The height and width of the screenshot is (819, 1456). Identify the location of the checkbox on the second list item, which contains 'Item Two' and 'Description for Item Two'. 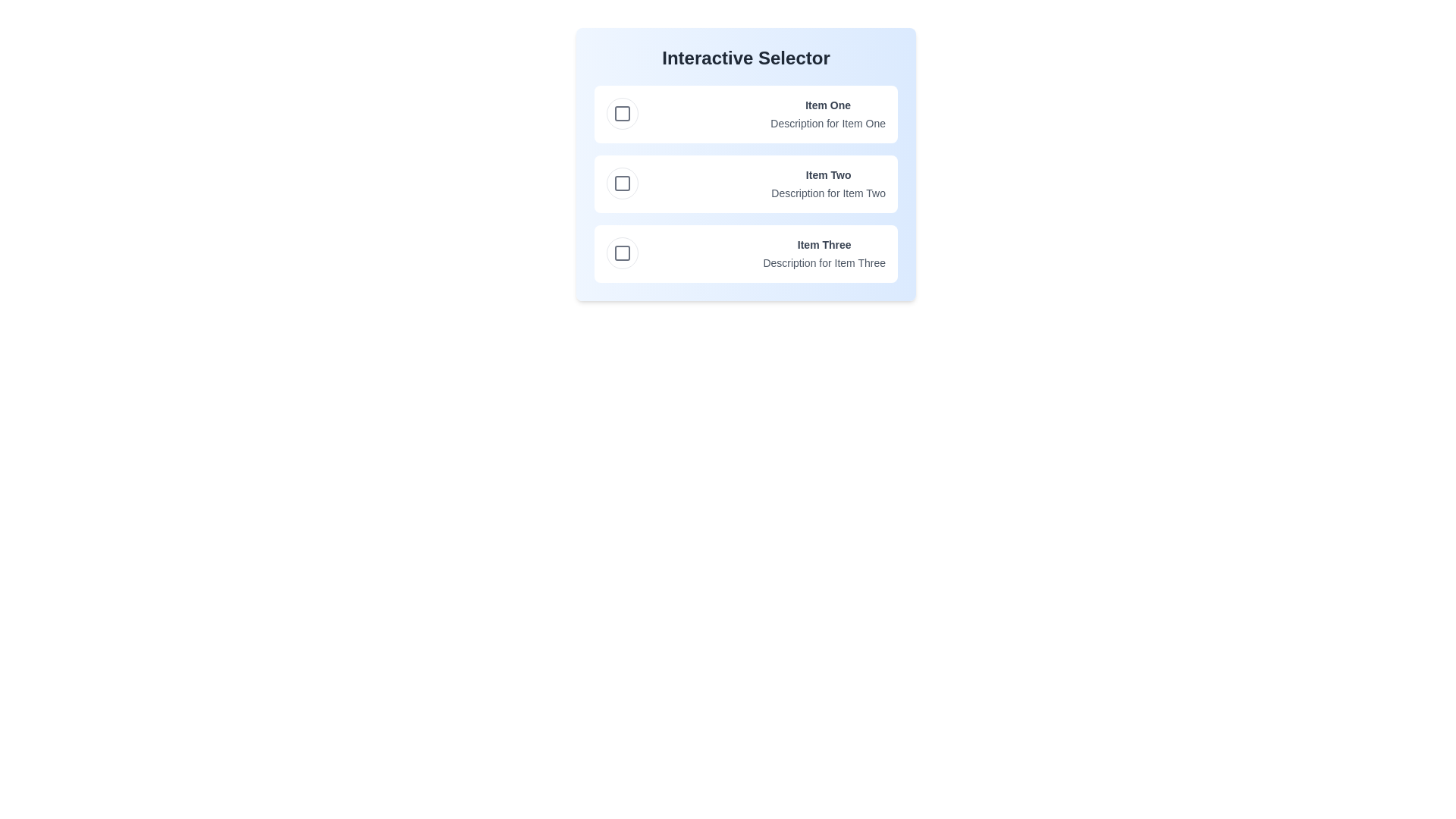
(745, 184).